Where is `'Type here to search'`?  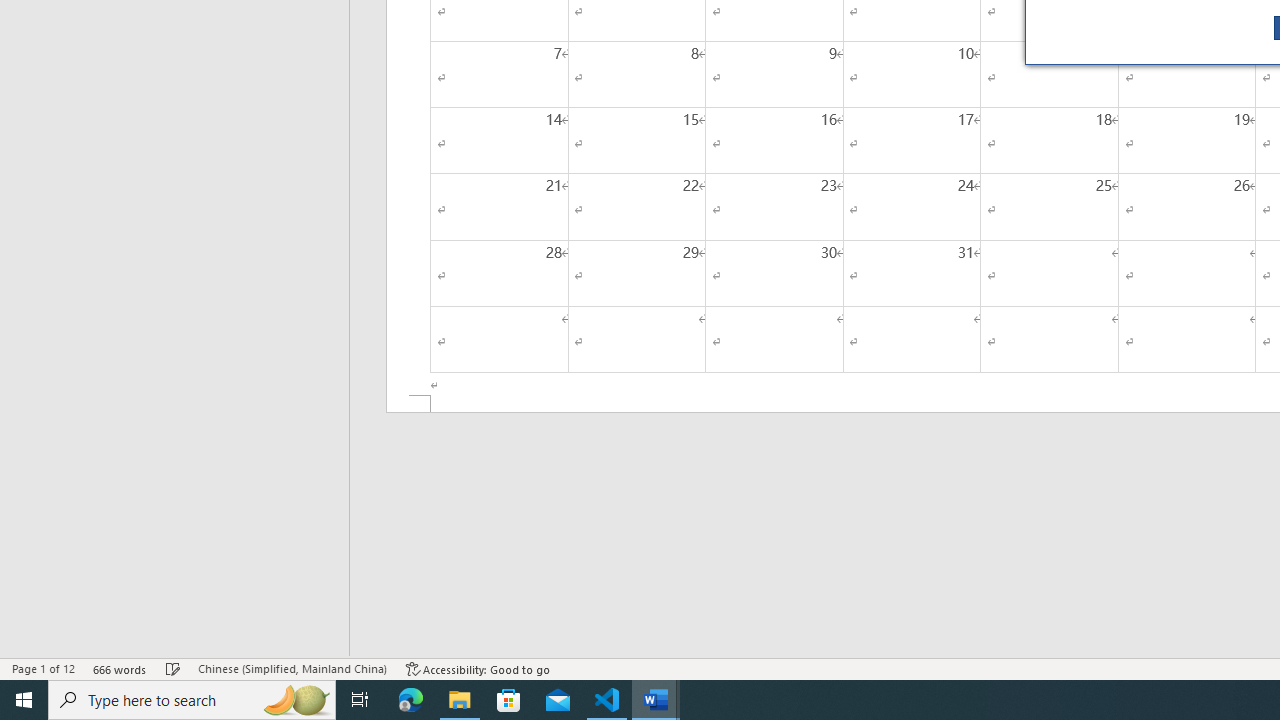 'Type here to search' is located at coordinates (192, 698).